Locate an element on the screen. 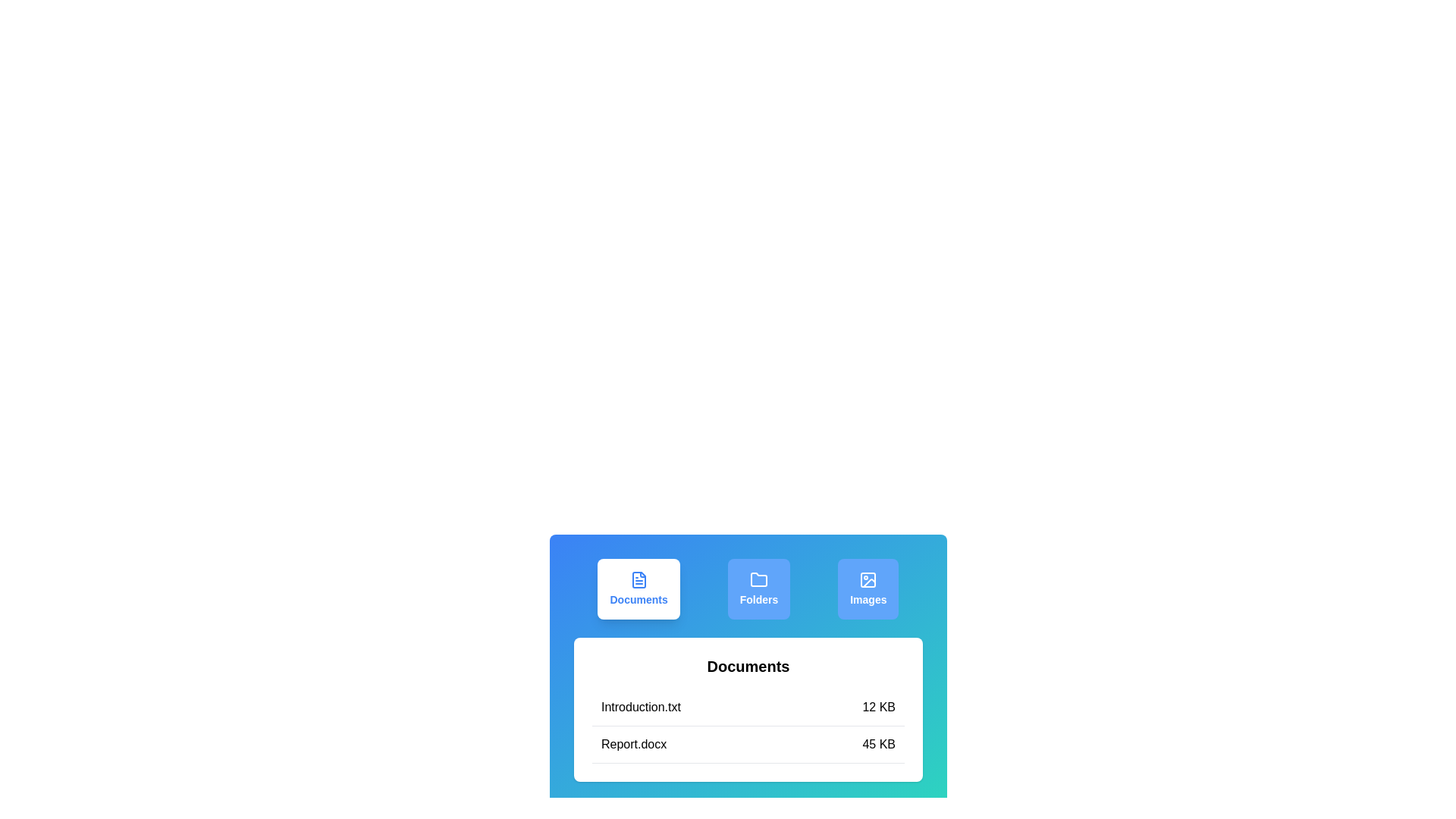 Image resolution: width=1456 pixels, height=819 pixels. the second button in a horizontal arrangement of three sections is located at coordinates (748, 588).